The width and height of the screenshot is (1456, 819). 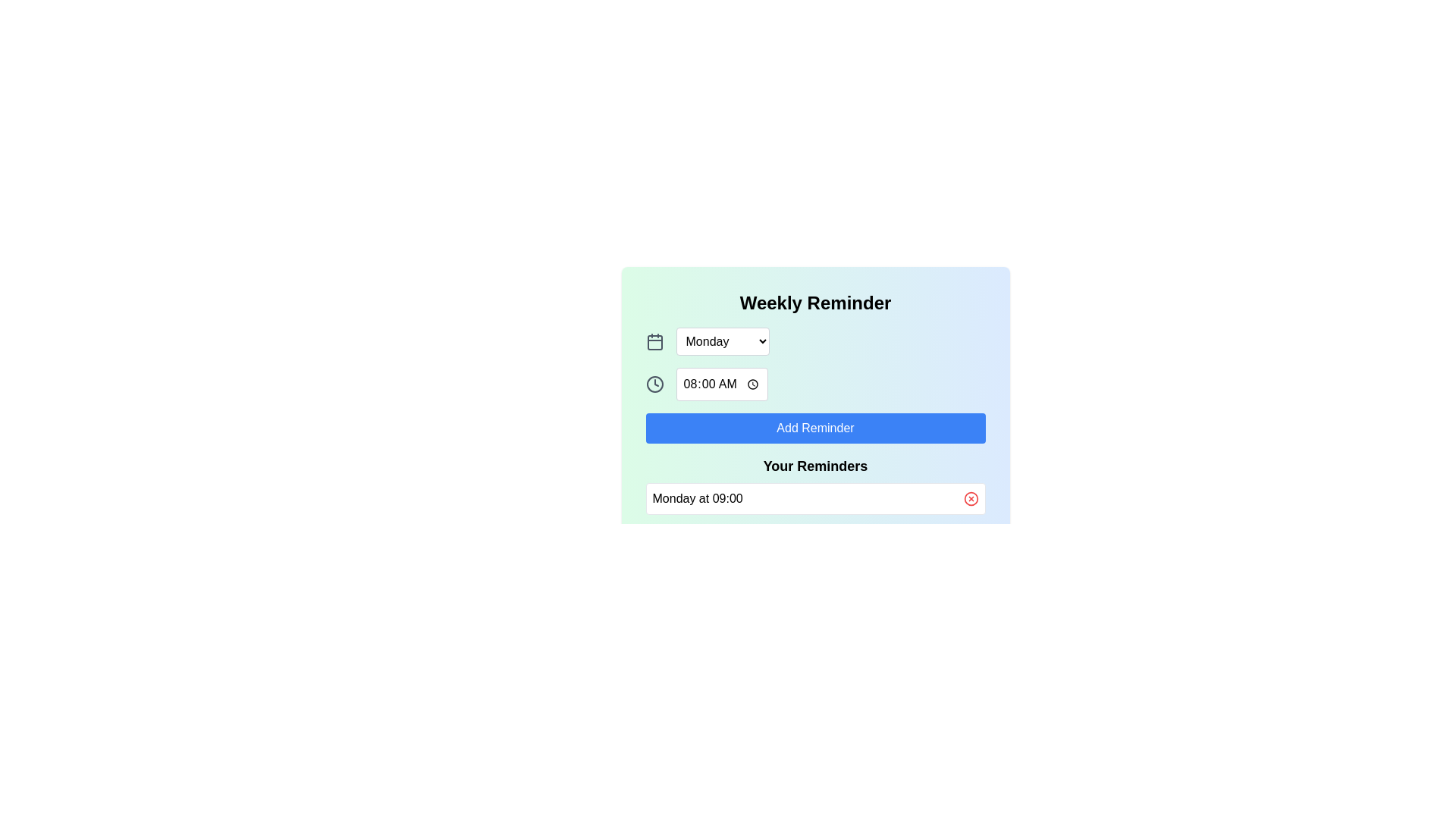 I want to click on the Time input field, which allows the user to input or select a specific time for reminders, to trigger tooltips or style changes, so click(x=721, y=383).